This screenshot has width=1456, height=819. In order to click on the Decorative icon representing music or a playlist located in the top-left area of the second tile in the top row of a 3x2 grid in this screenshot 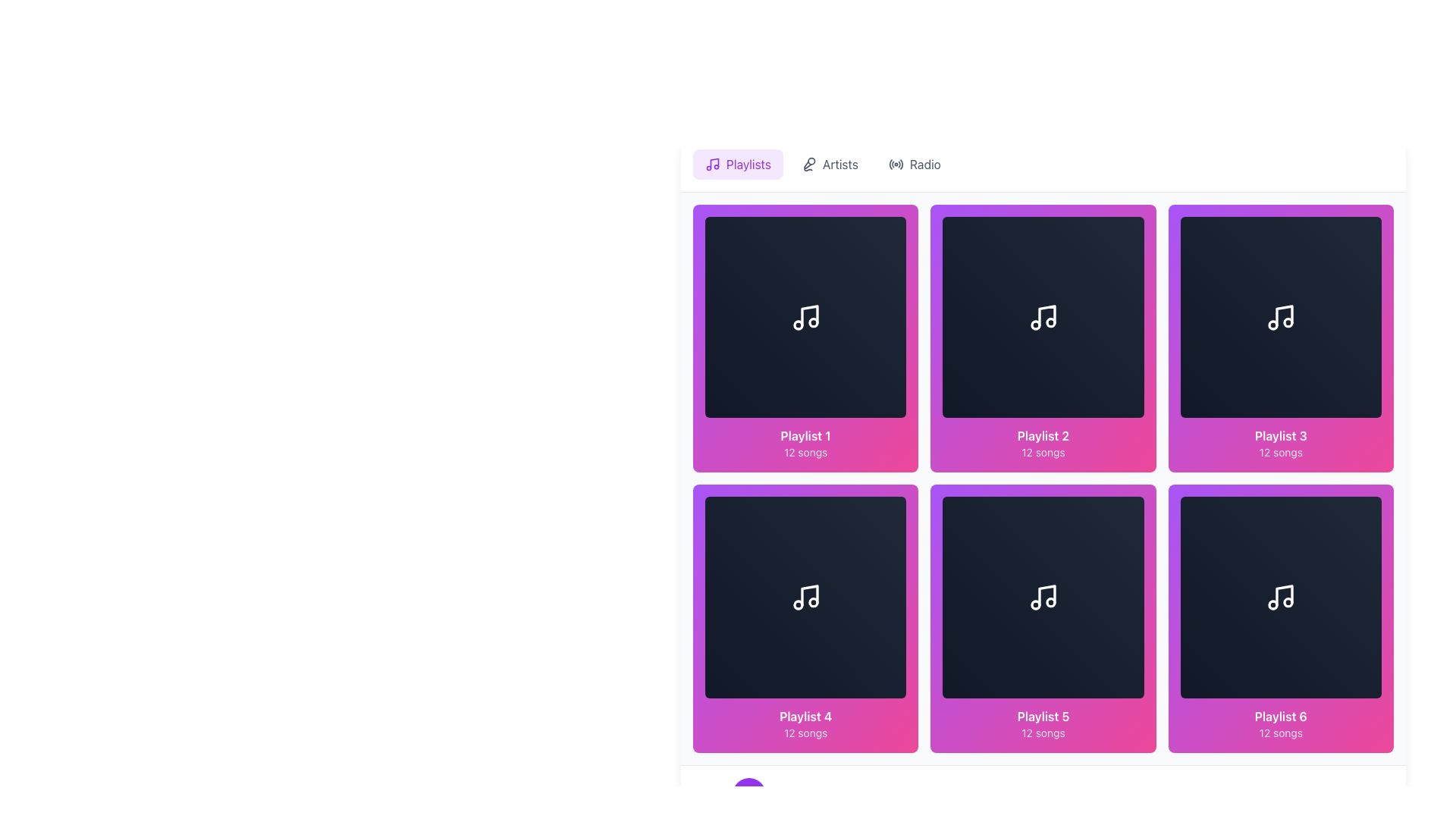, I will do `click(1046, 315)`.